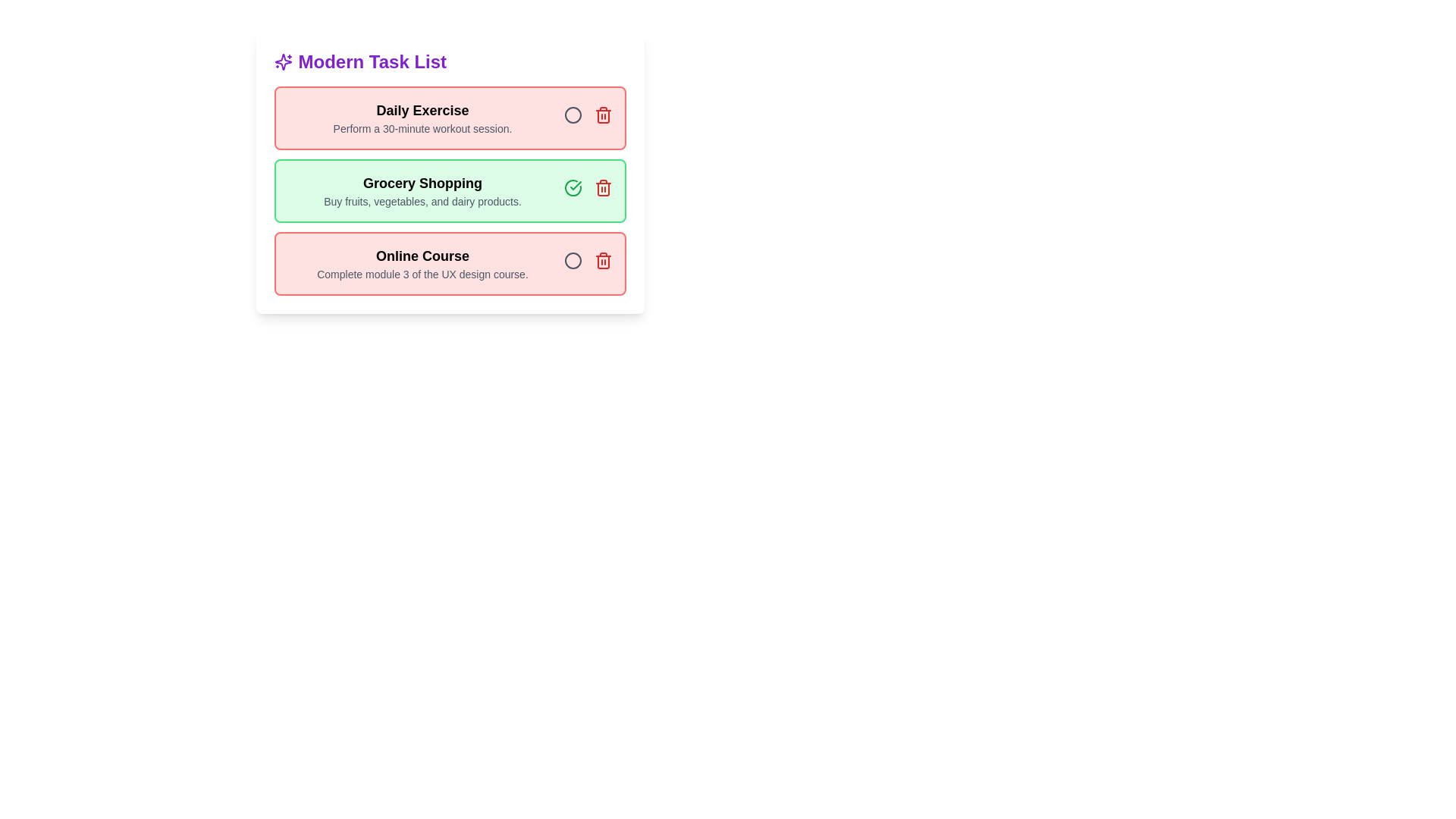 The height and width of the screenshot is (819, 1456). I want to click on delete button for the task titled 'Grocery Shopping', so click(602, 187).